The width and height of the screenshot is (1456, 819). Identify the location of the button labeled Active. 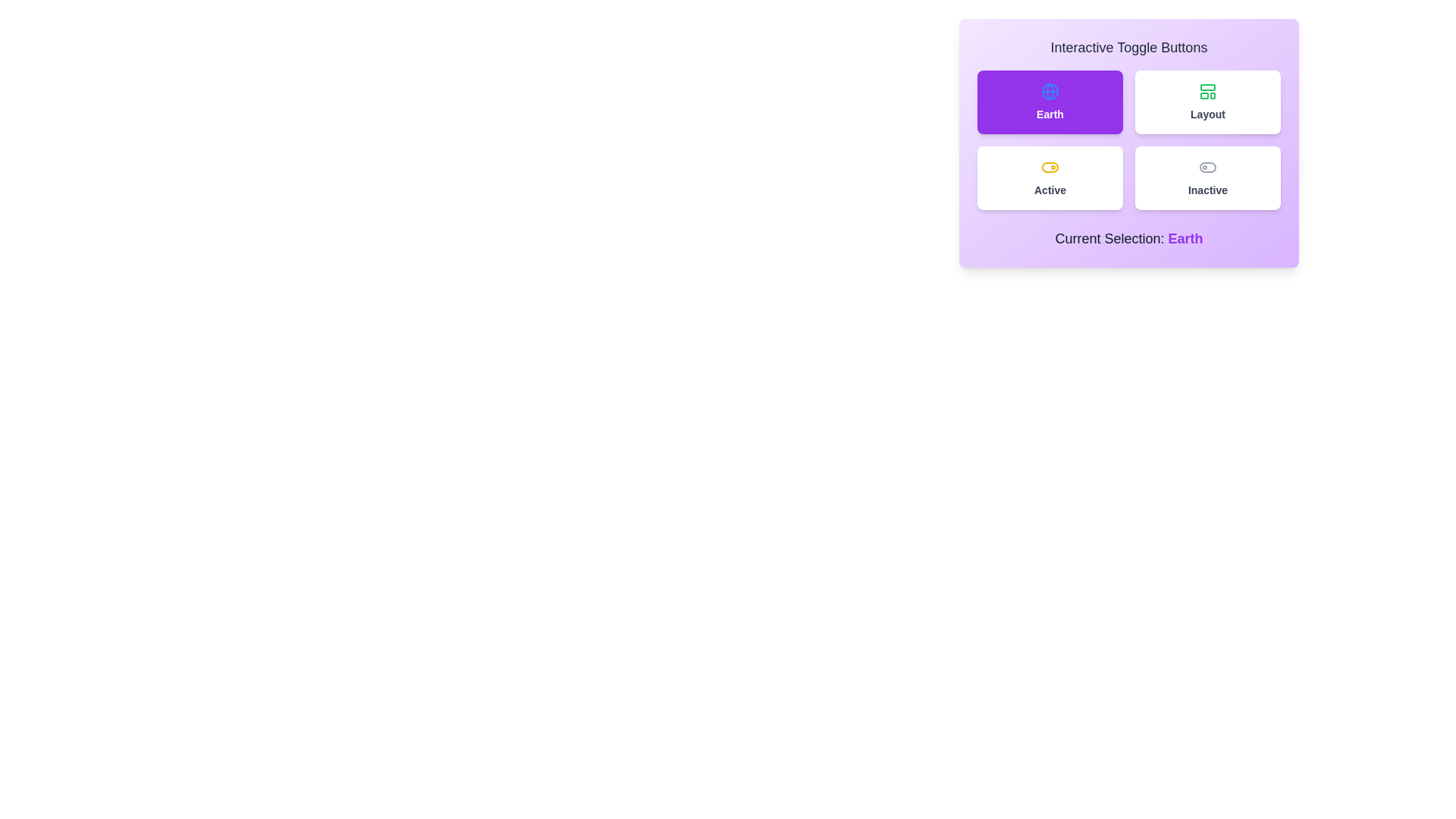
(1050, 177).